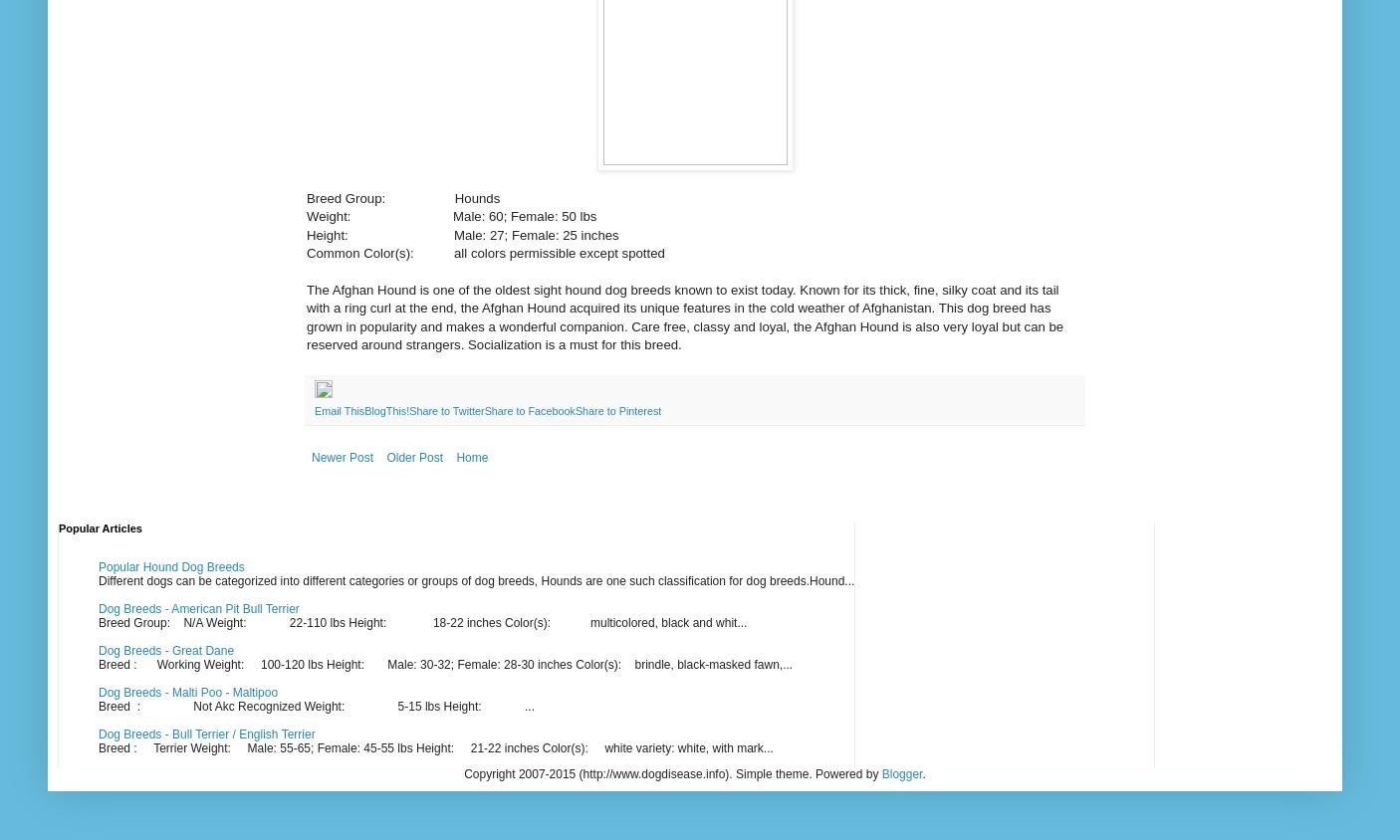 This screenshot has width=1400, height=840. Describe the element at coordinates (451, 215) in the screenshot. I see `'Weight:                            Male: 60; Female: 50 lbs'` at that location.